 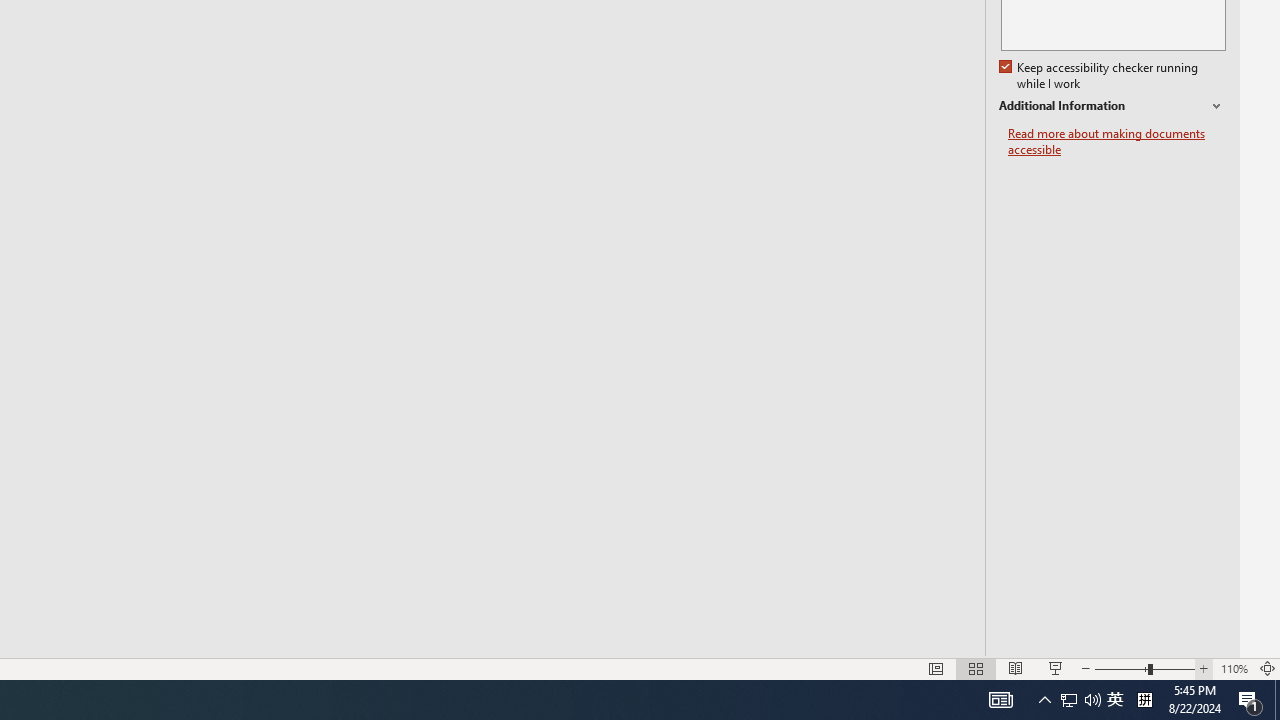 I want to click on 'Reading View', so click(x=1015, y=669).